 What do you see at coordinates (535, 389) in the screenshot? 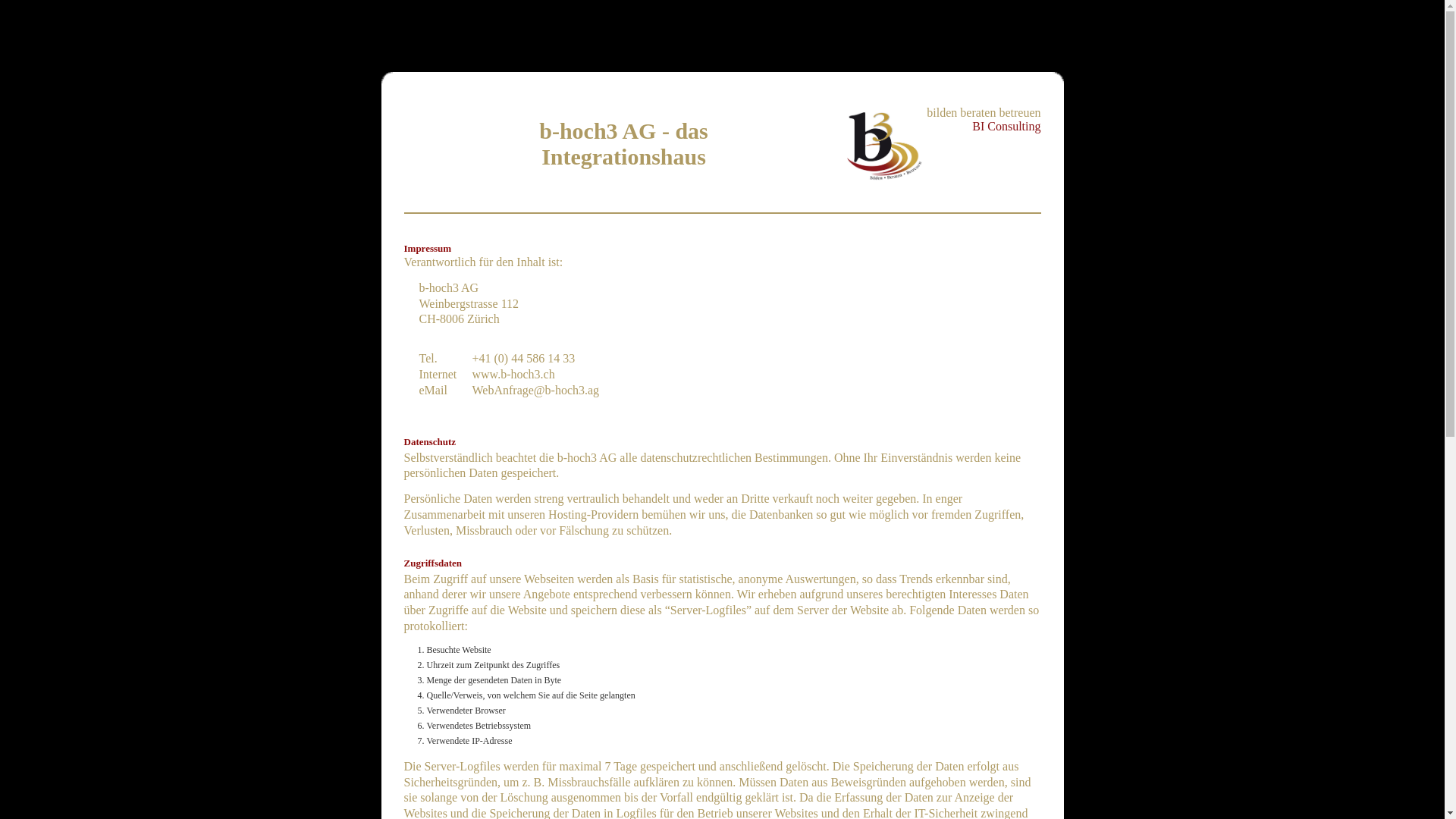
I see `'WebAnfrage@b-hoch3.ag'` at bounding box center [535, 389].